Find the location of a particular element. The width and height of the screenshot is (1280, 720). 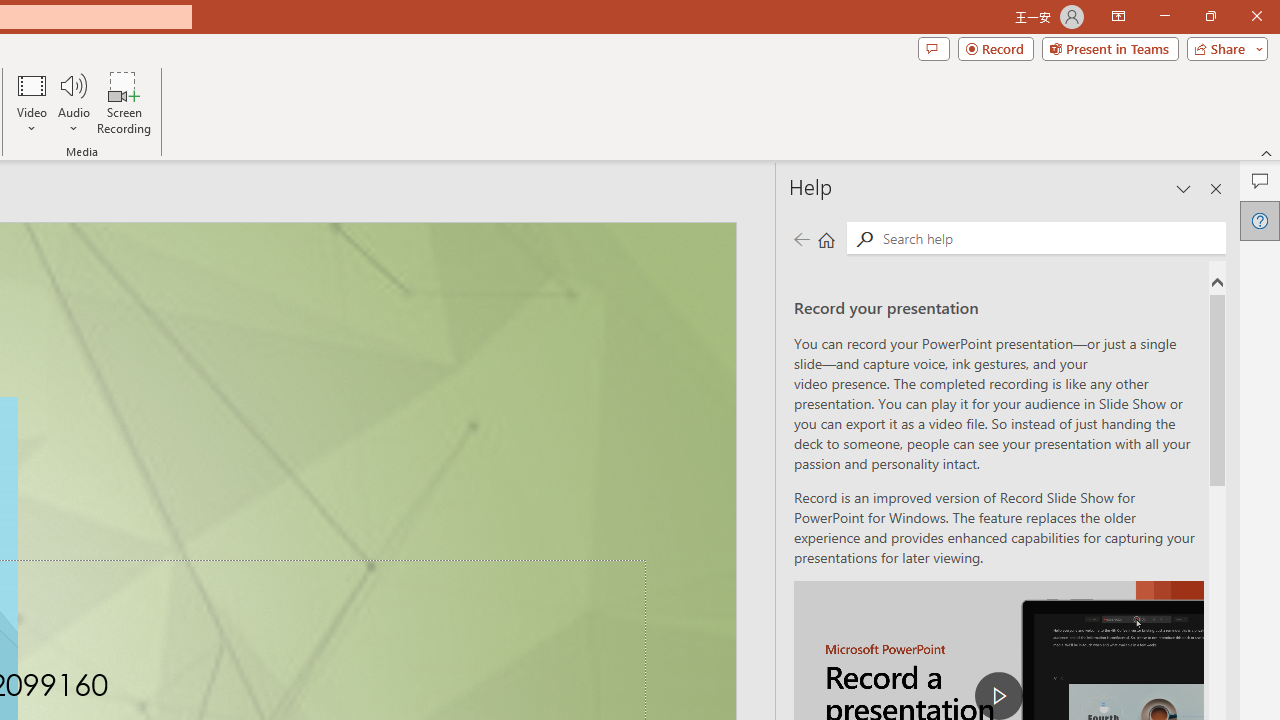

'Restore Down' is located at coordinates (1209, 16).